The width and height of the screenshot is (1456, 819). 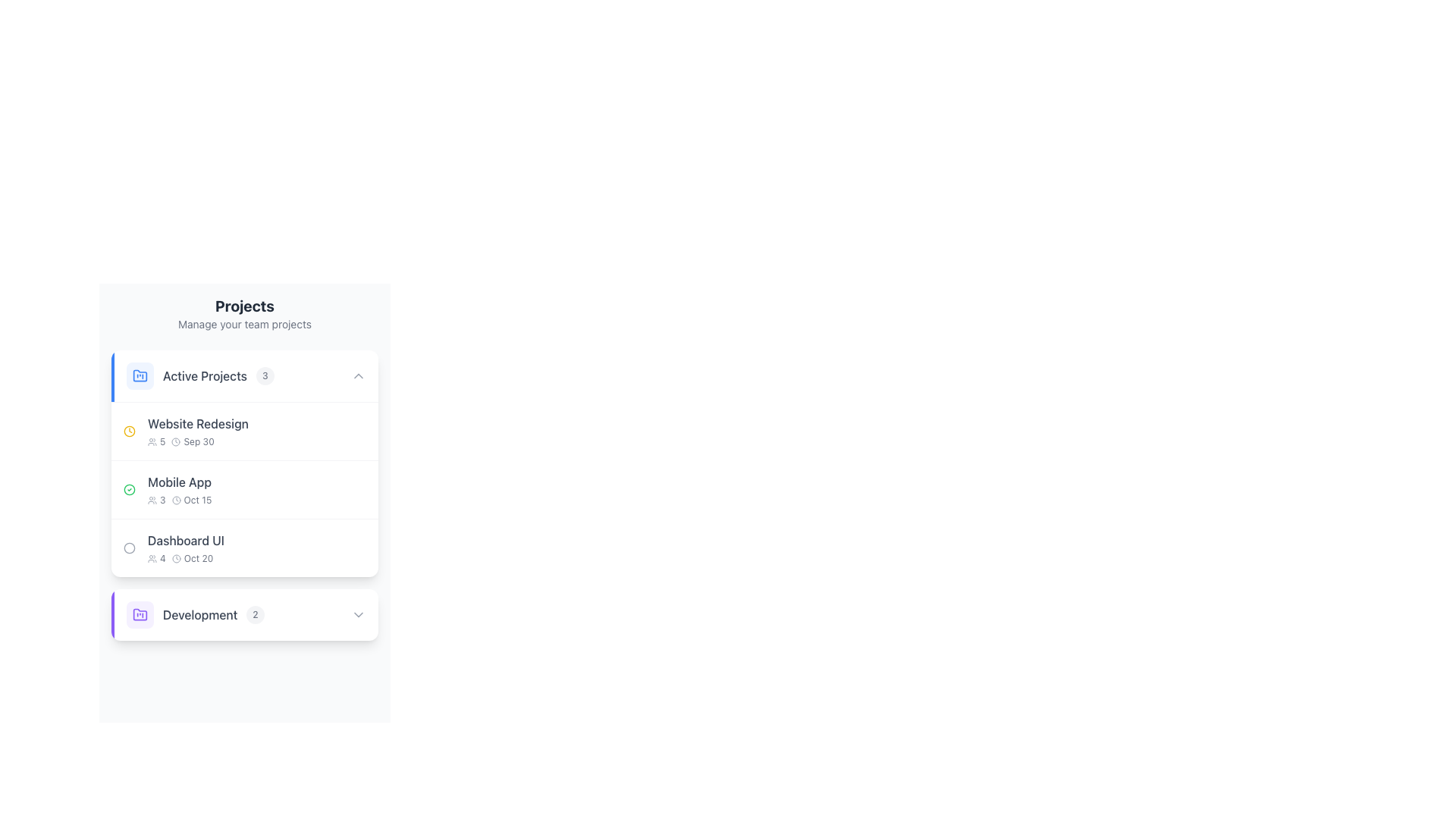 I want to click on the toggle button at the rightmost edge of the 'Development' section, so click(x=358, y=614).